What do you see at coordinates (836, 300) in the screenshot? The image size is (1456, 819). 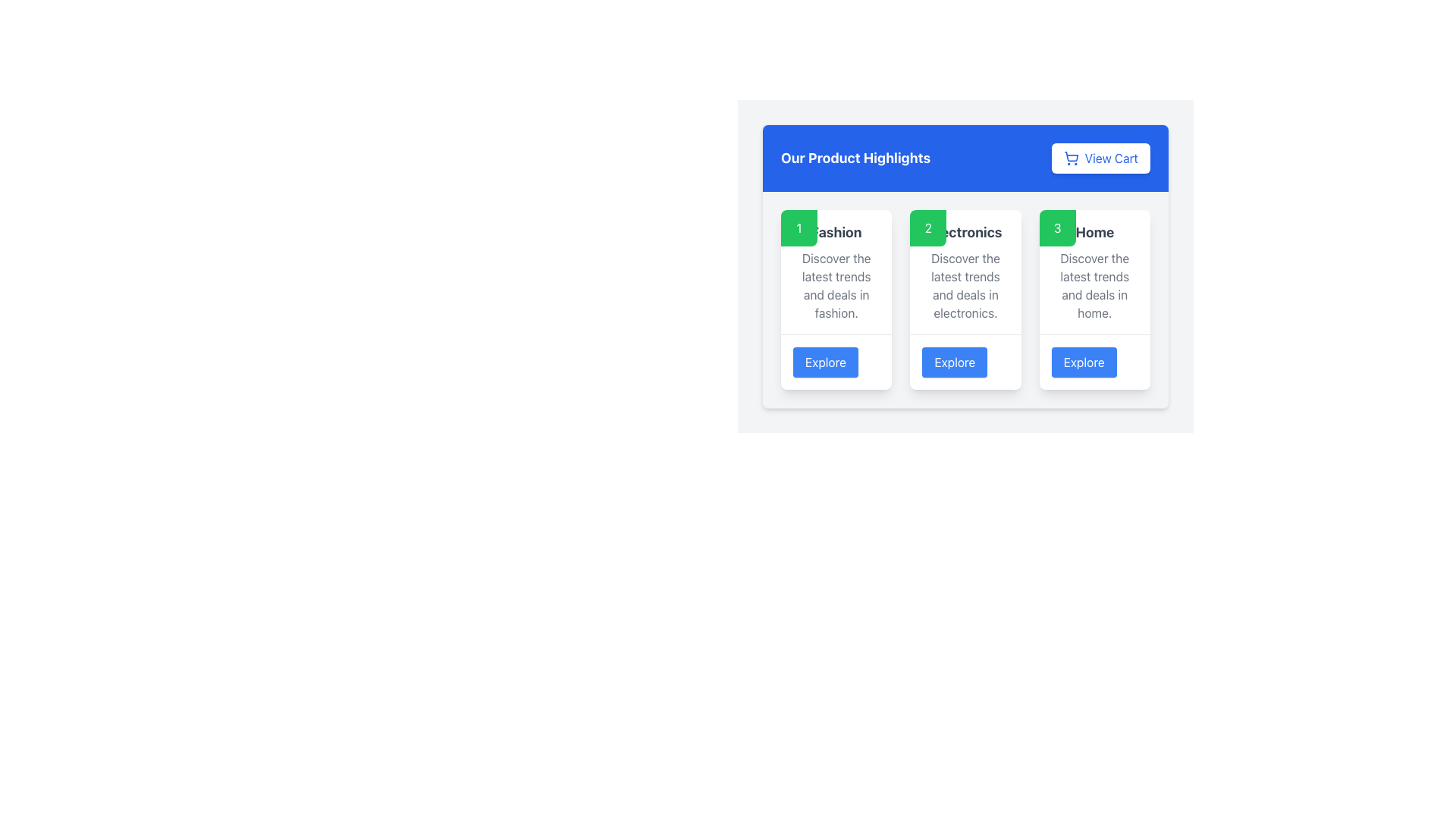 I see `the 'Fashion' card, which is the first card in a grid layout with a white background and a blue button labeled 'Explore'` at bounding box center [836, 300].